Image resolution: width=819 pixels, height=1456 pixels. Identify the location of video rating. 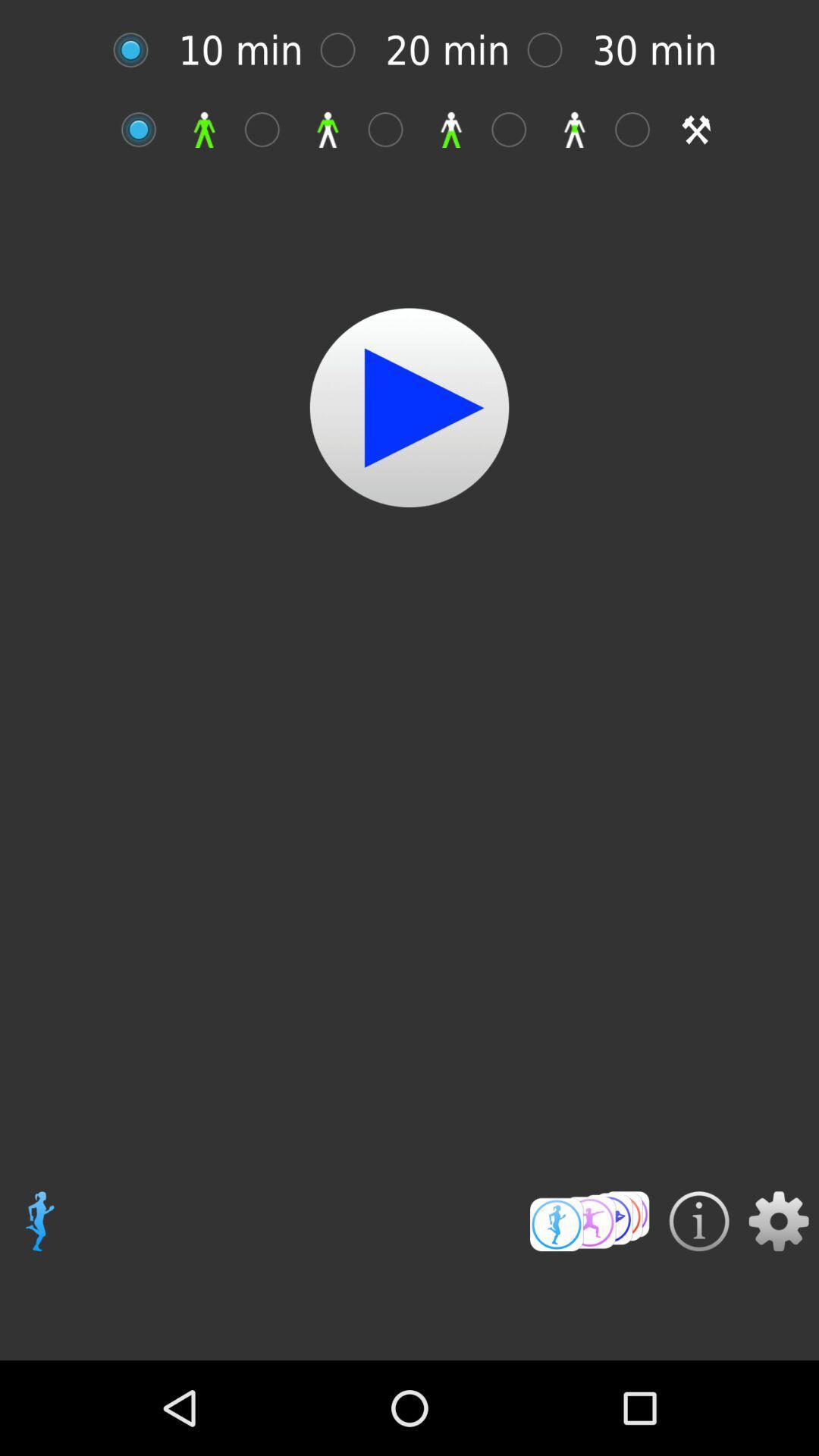
(588, 1221).